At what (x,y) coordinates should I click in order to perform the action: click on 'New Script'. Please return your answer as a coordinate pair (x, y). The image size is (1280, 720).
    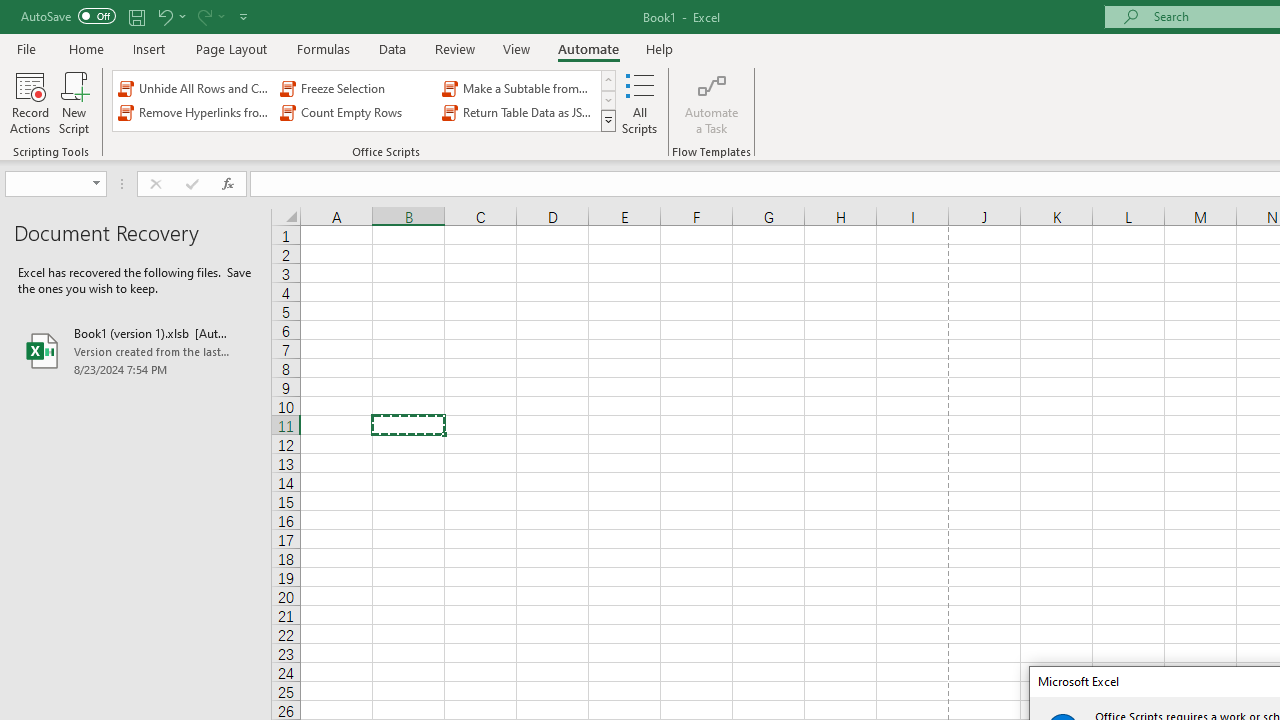
    Looking at the image, I should click on (73, 103).